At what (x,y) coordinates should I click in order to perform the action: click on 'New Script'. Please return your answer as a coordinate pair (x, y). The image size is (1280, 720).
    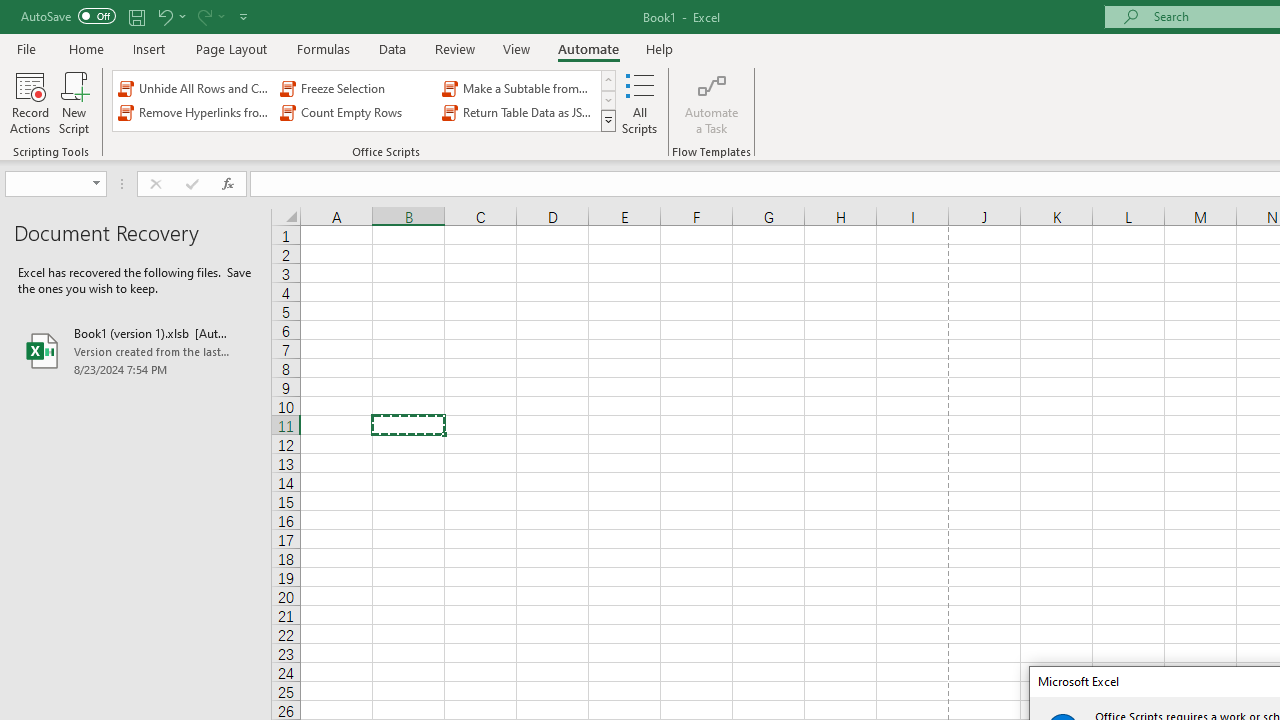
    Looking at the image, I should click on (73, 103).